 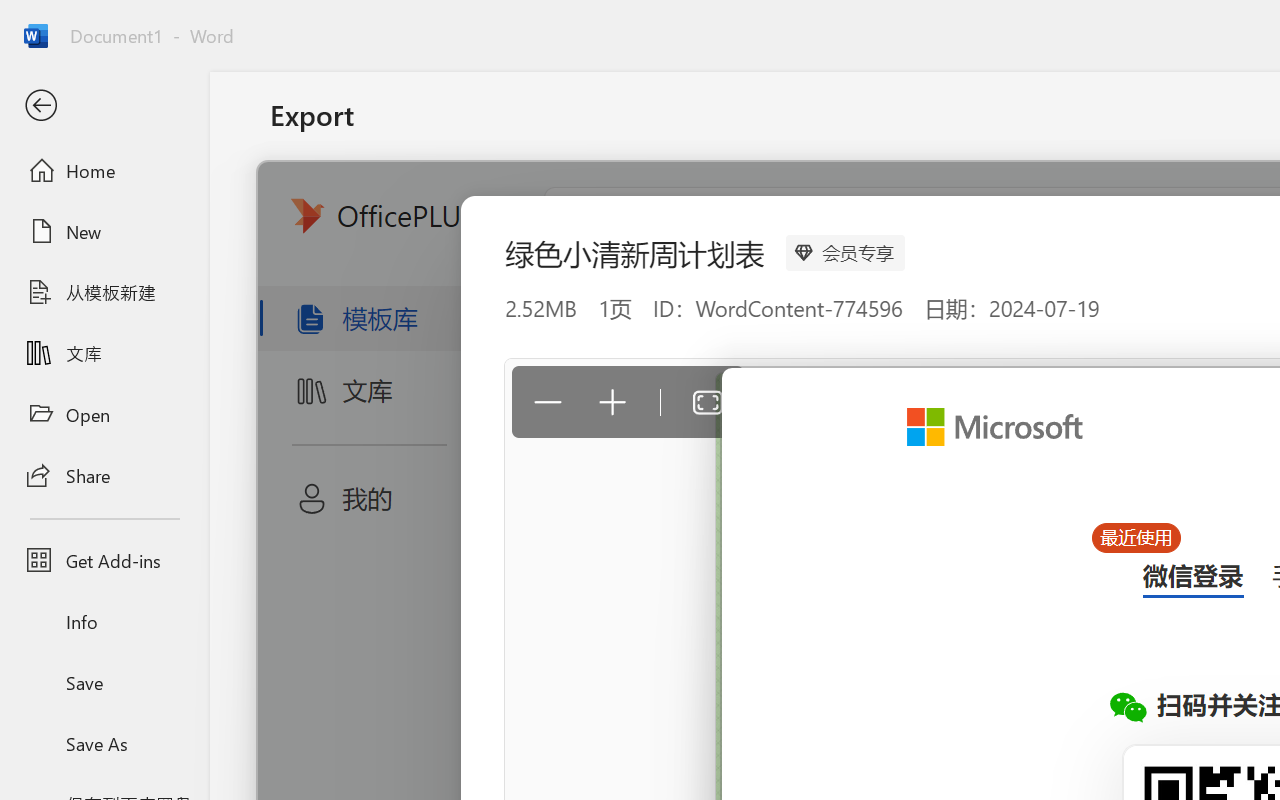 What do you see at coordinates (103, 231) in the screenshot?
I see `'New'` at bounding box center [103, 231].